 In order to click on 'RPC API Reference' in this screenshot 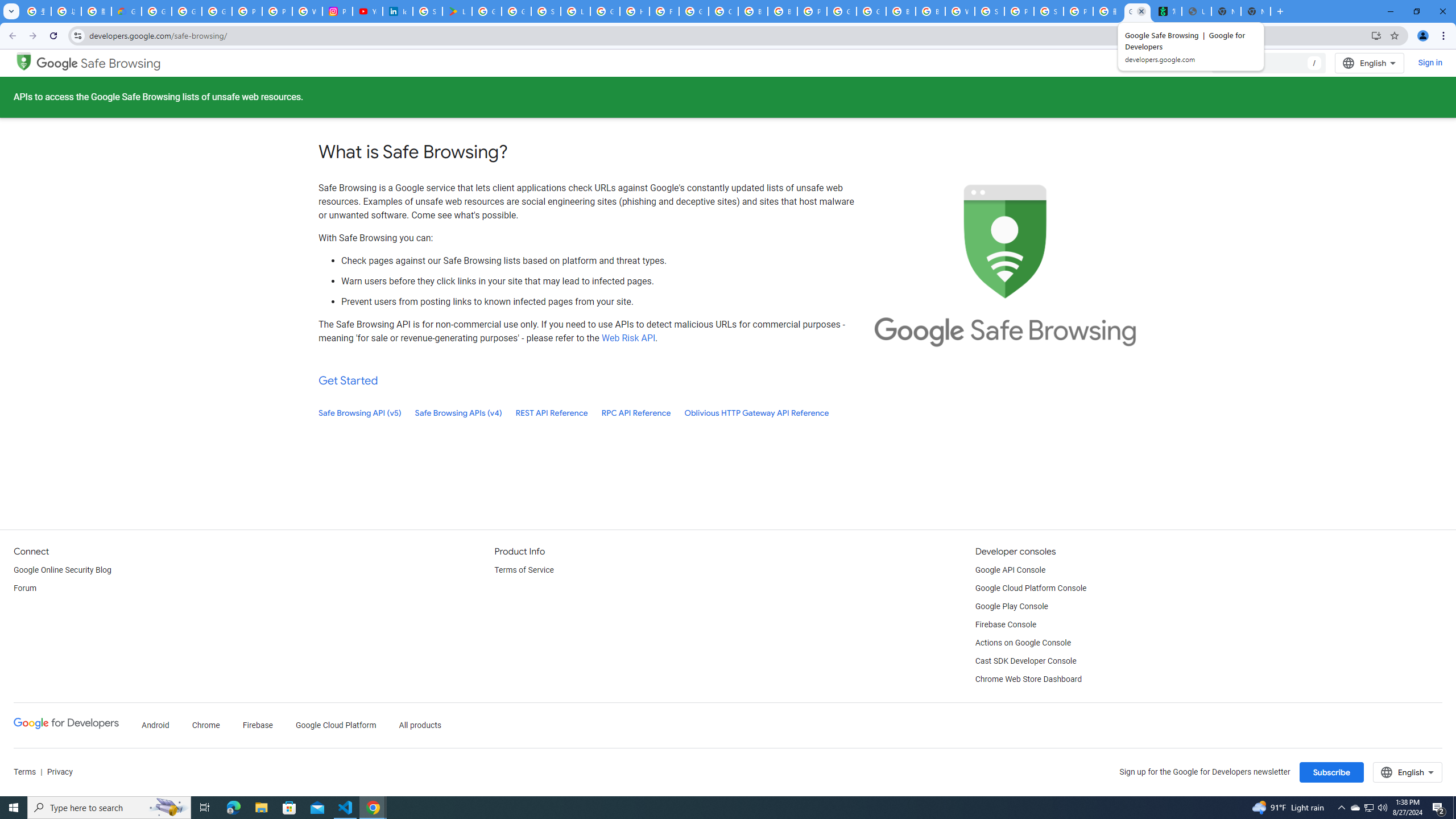, I will do `click(635, 412)`.